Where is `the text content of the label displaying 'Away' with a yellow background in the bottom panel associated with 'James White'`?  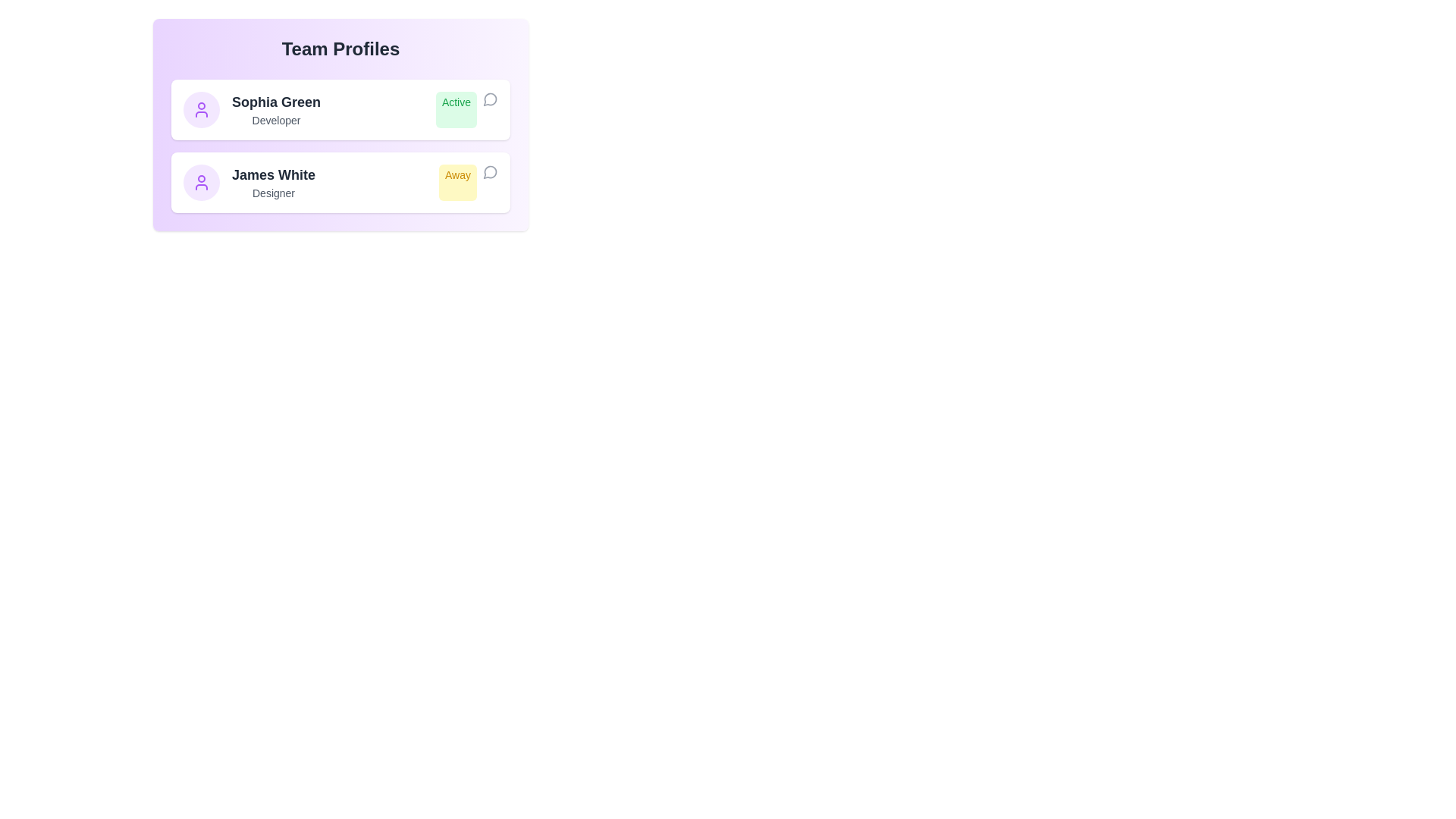 the text content of the label displaying 'Away' with a yellow background in the bottom panel associated with 'James White' is located at coordinates (468, 181).